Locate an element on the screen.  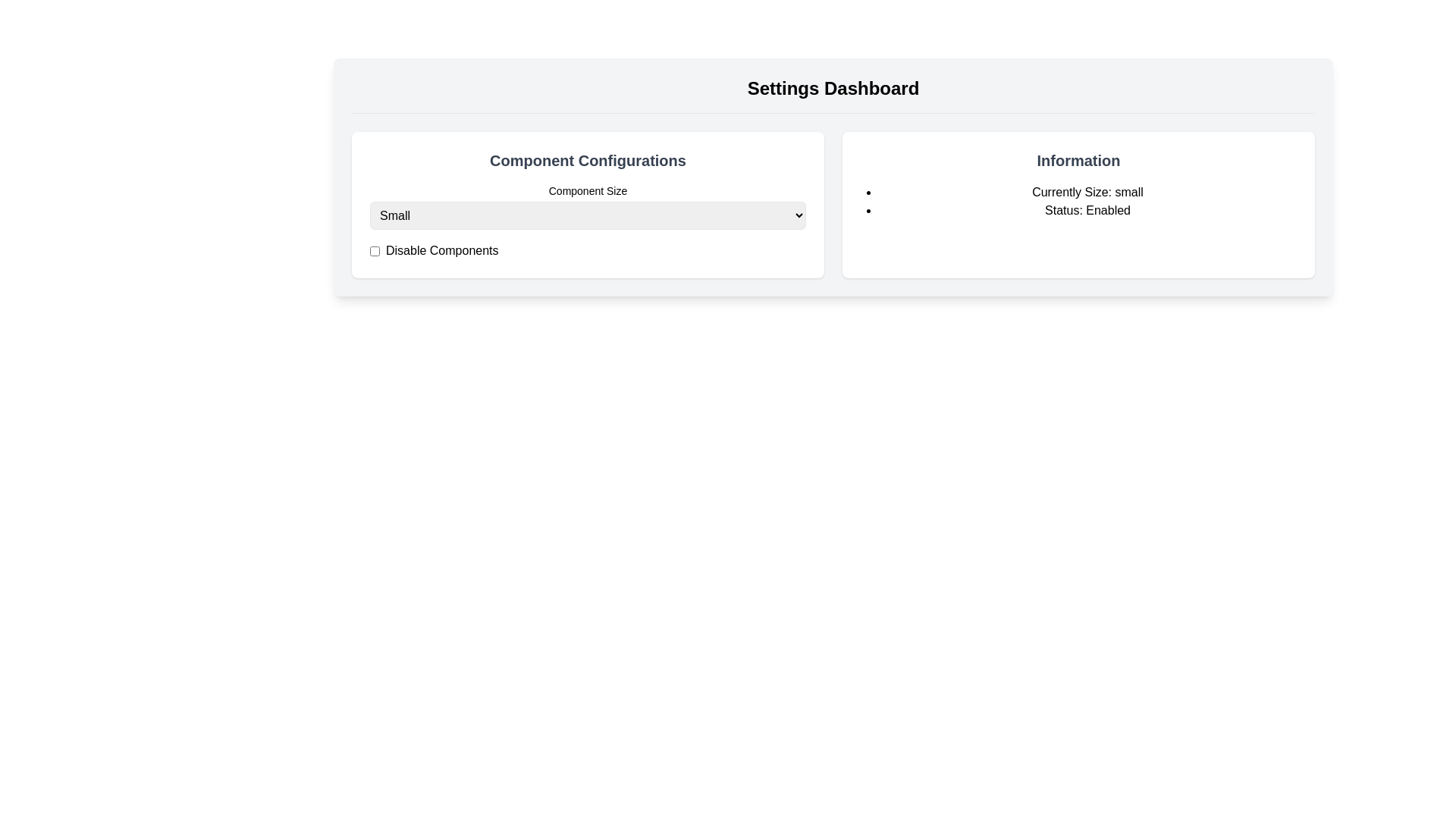
the checkbox located next to the 'Disable Components' label in the 'Component Configurations' section is located at coordinates (375, 250).